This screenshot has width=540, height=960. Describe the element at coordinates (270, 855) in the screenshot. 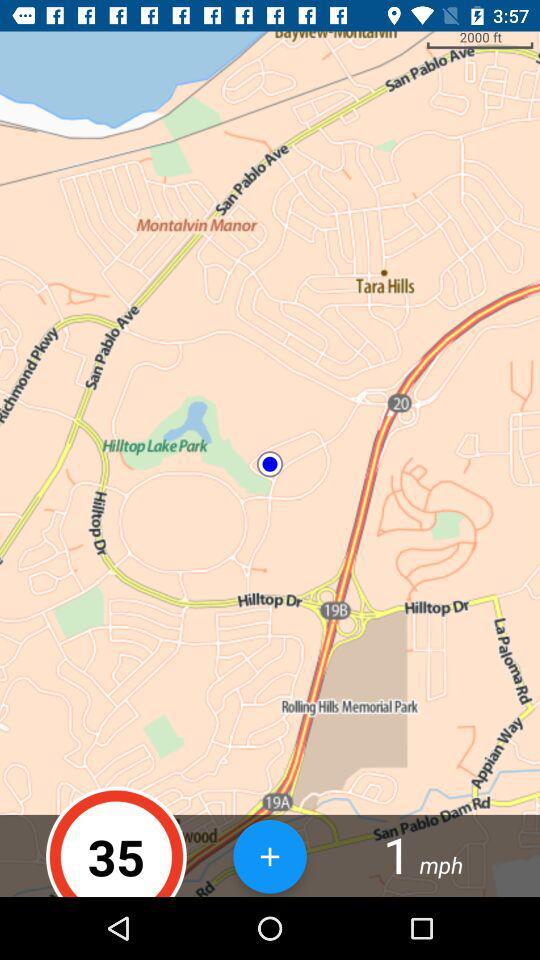

I see `new route` at that location.